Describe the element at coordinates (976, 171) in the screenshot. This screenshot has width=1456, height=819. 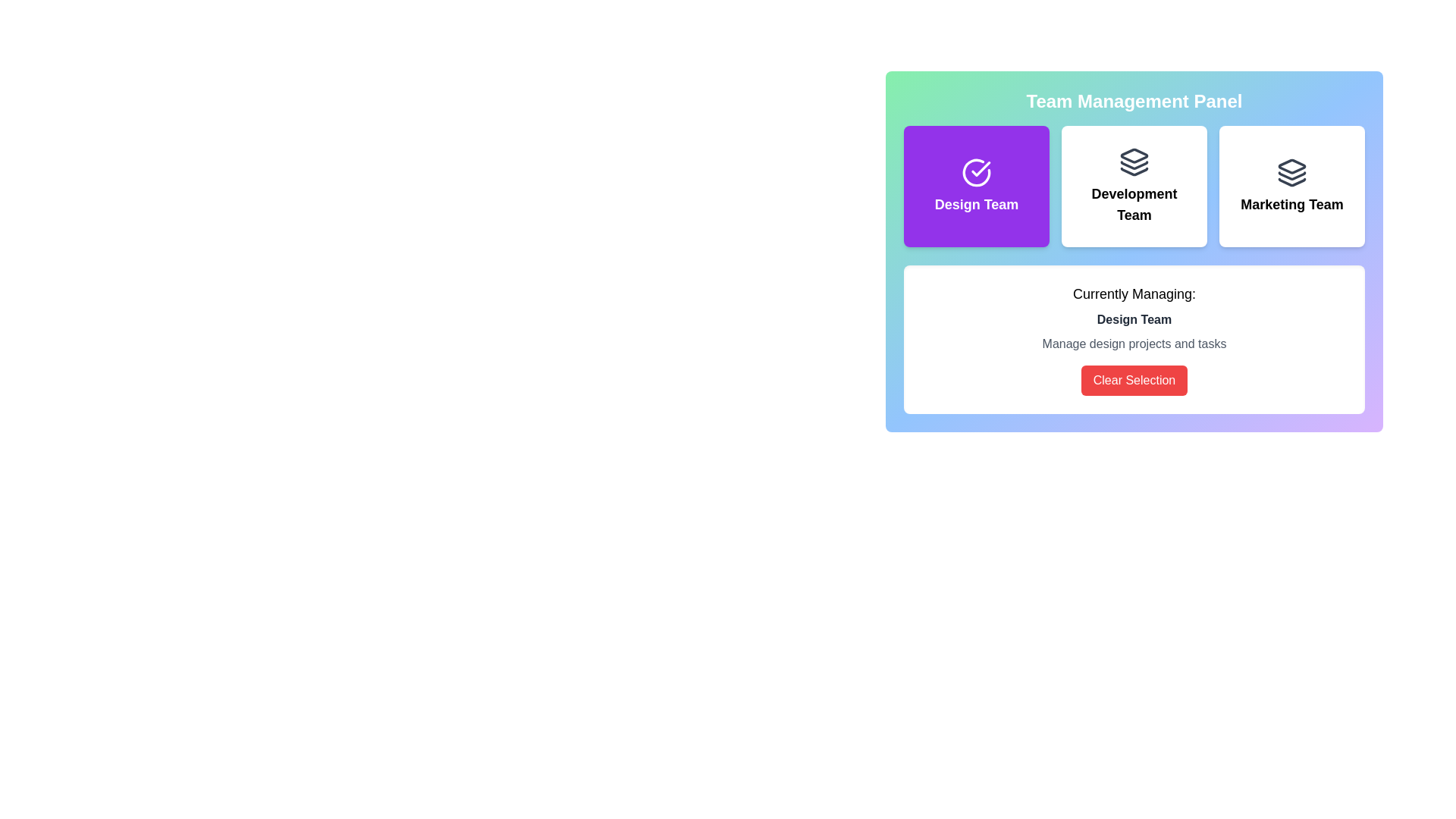
I see `the 'Design Team' icon located in the top-left corner of the horizontal layout, which serves as a visual indicator for team selection` at that location.